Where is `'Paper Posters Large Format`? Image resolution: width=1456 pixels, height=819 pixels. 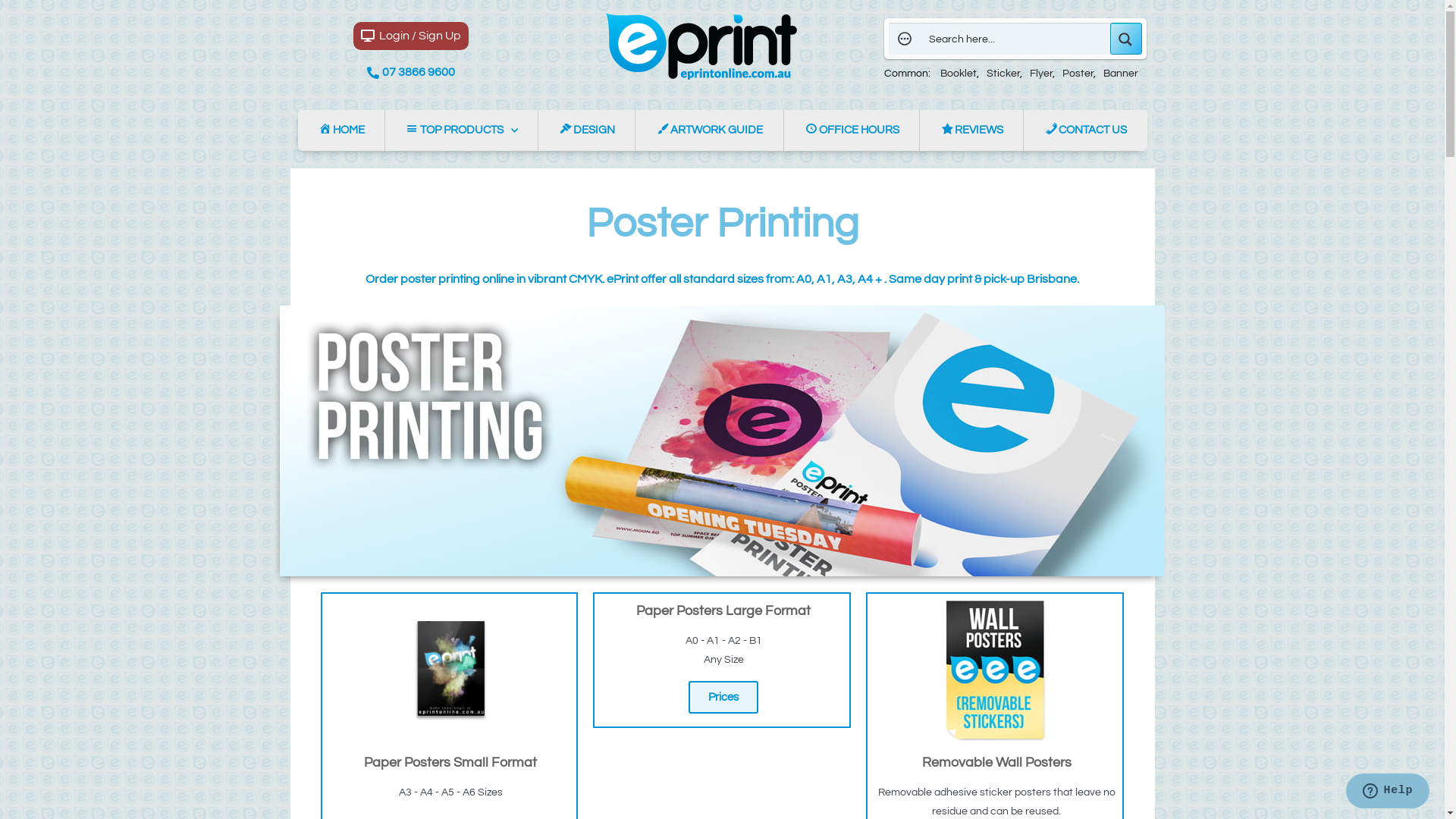 'Paper Posters Large Format is located at coordinates (593, 659).